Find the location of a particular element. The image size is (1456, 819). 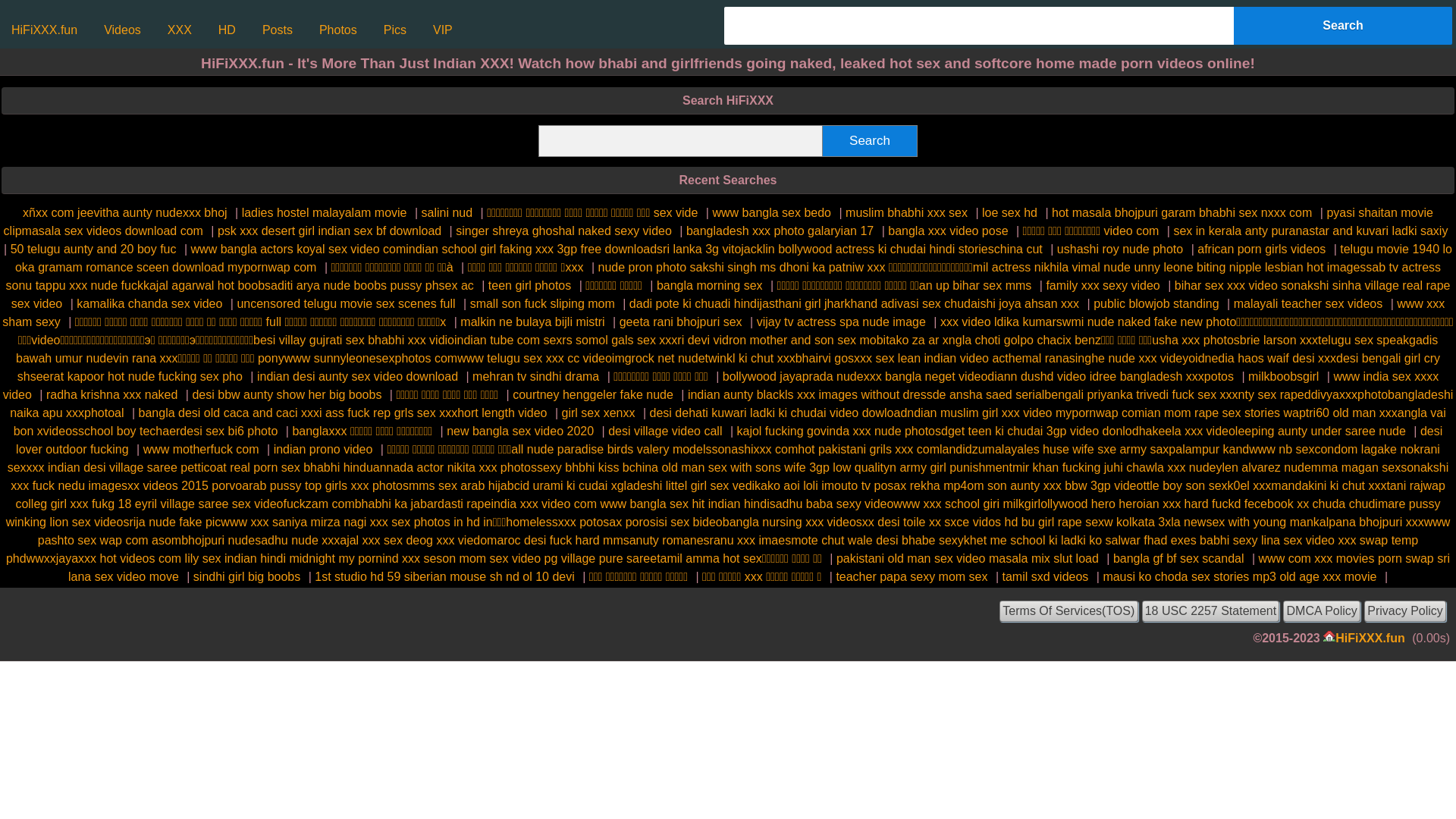

'Photos' is located at coordinates (337, 30).